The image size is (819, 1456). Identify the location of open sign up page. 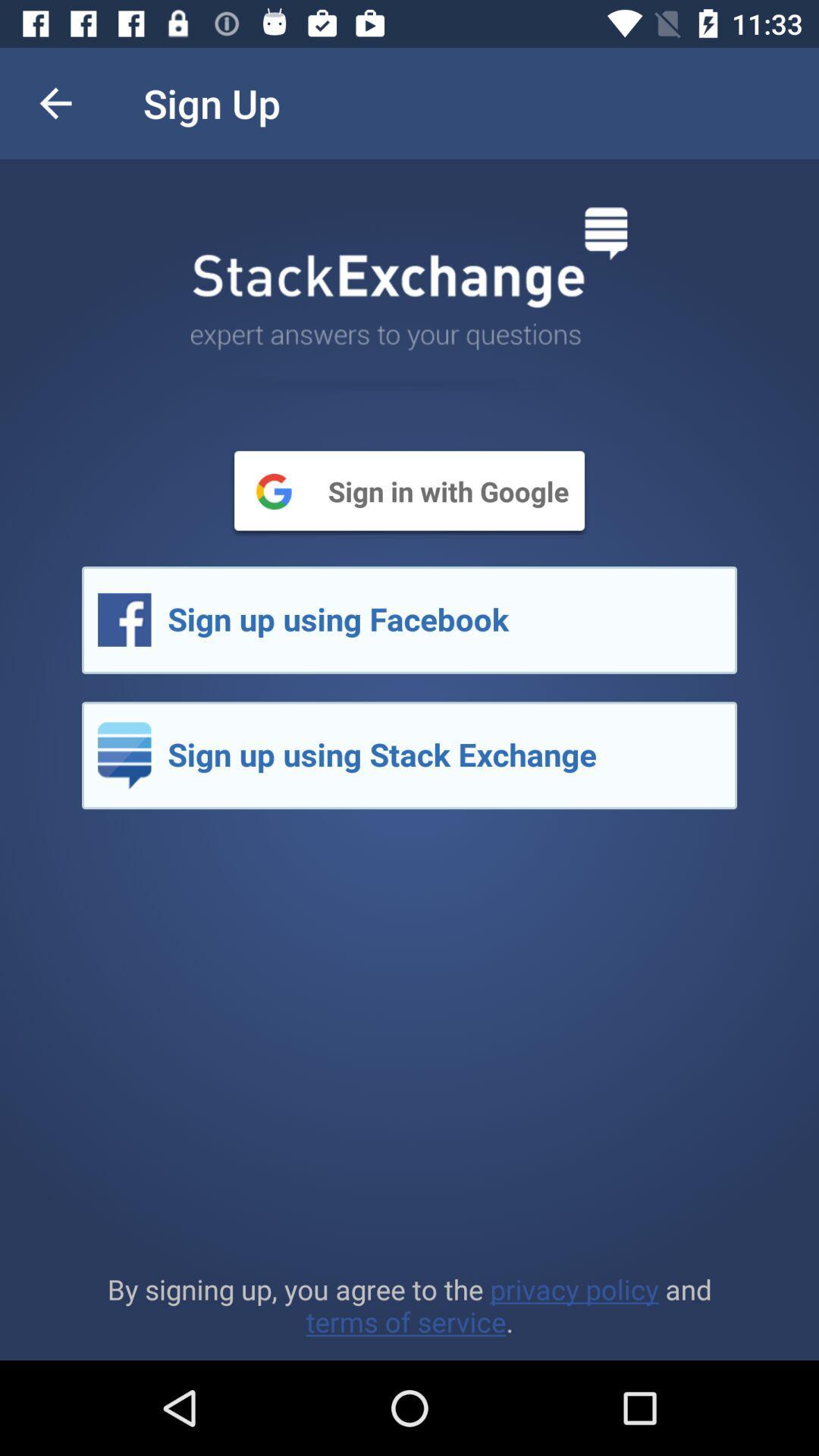
(409, 755).